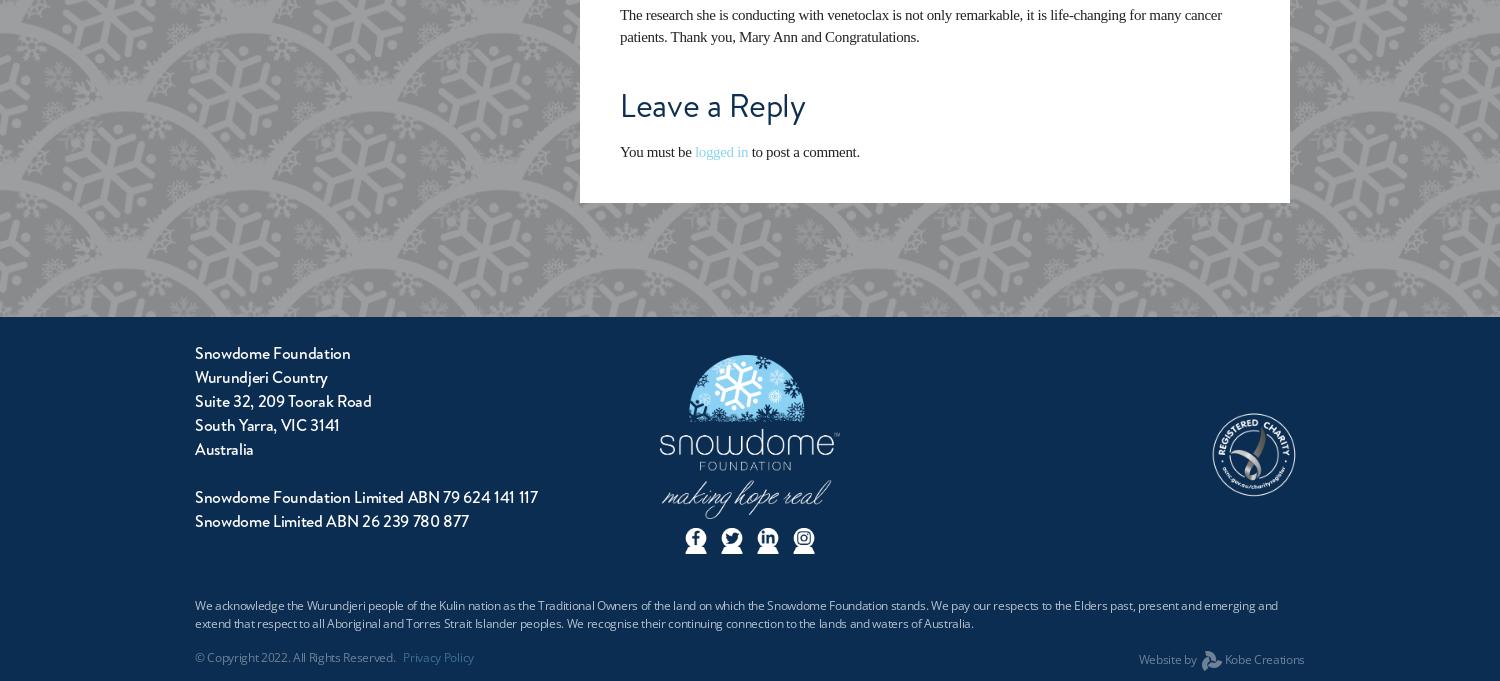 This screenshot has height=681, width=1500. Describe the element at coordinates (272, 353) in the screenshot. I see `'Snowdome Foundation'` at that location.